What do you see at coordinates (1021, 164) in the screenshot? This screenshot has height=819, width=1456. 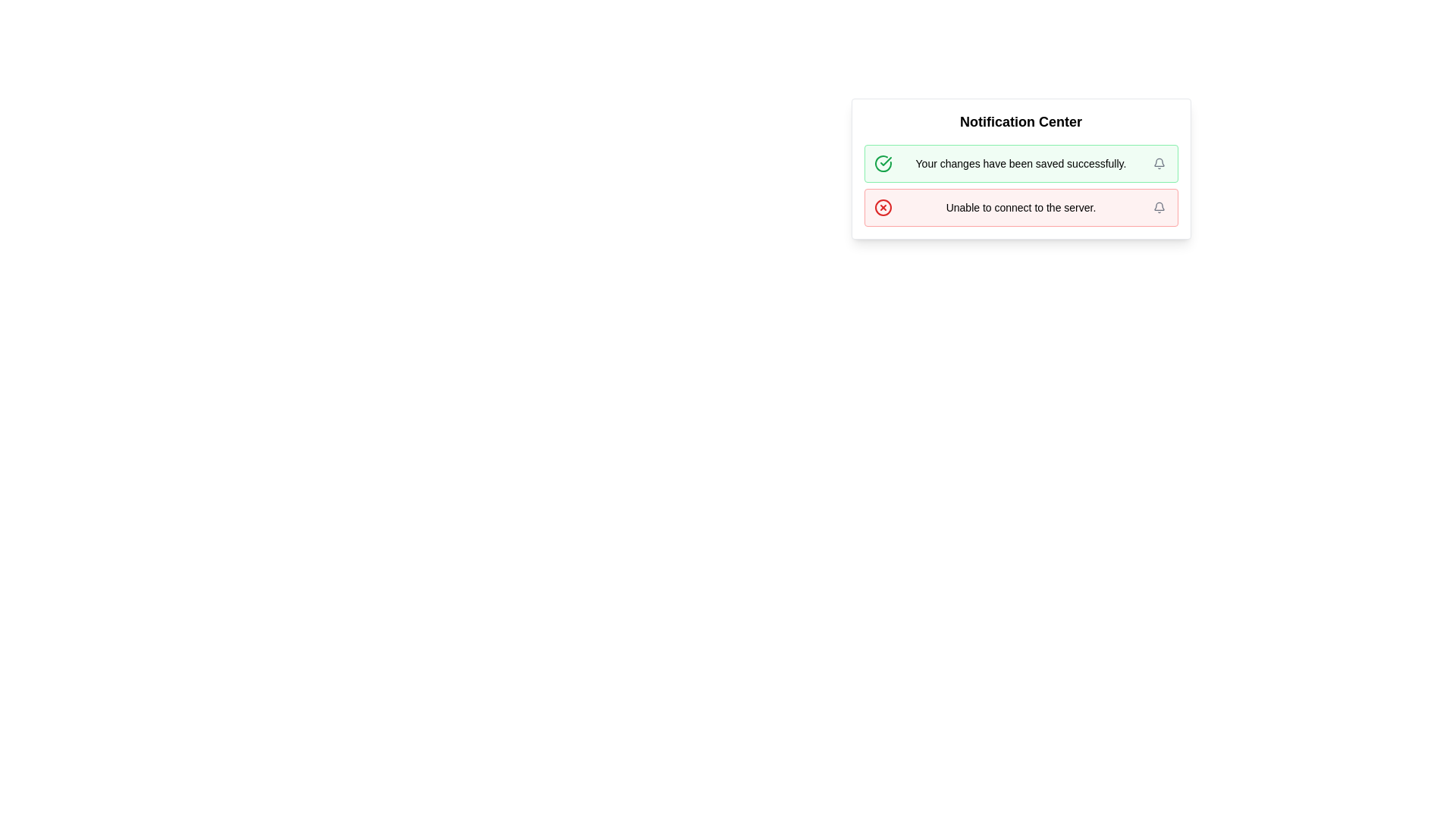 I see `notification message indicating a successful operation, which is the first entry in a vertically stacked group of notifications` at bounding box center [1021, 164].